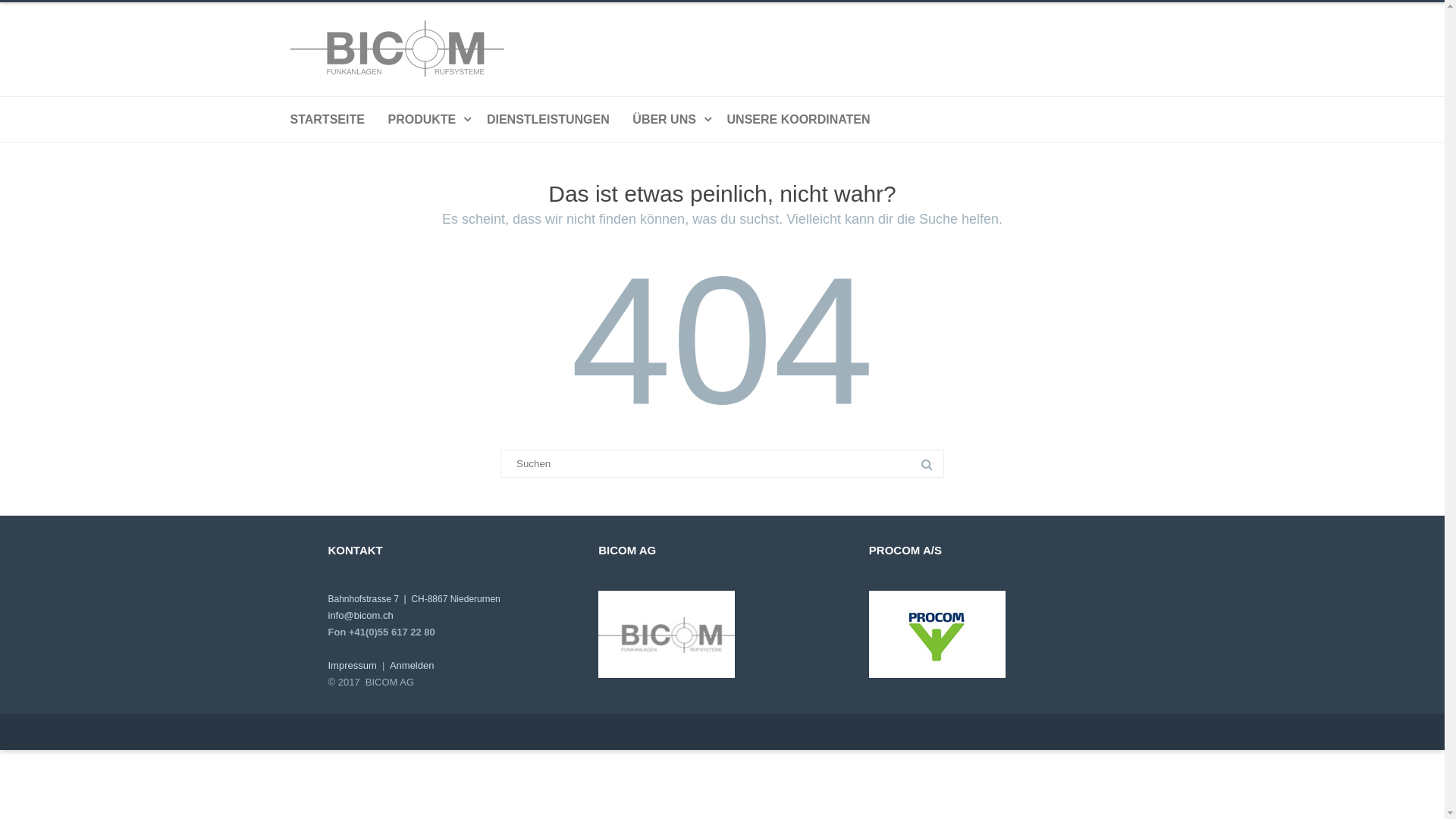 Image resolution: width=1456 pixels, height=819 pixels. Describe the element at coordinates (548, 118) in the screenshot. I see `'DIENSTLEISTUNGEN'` at that location.